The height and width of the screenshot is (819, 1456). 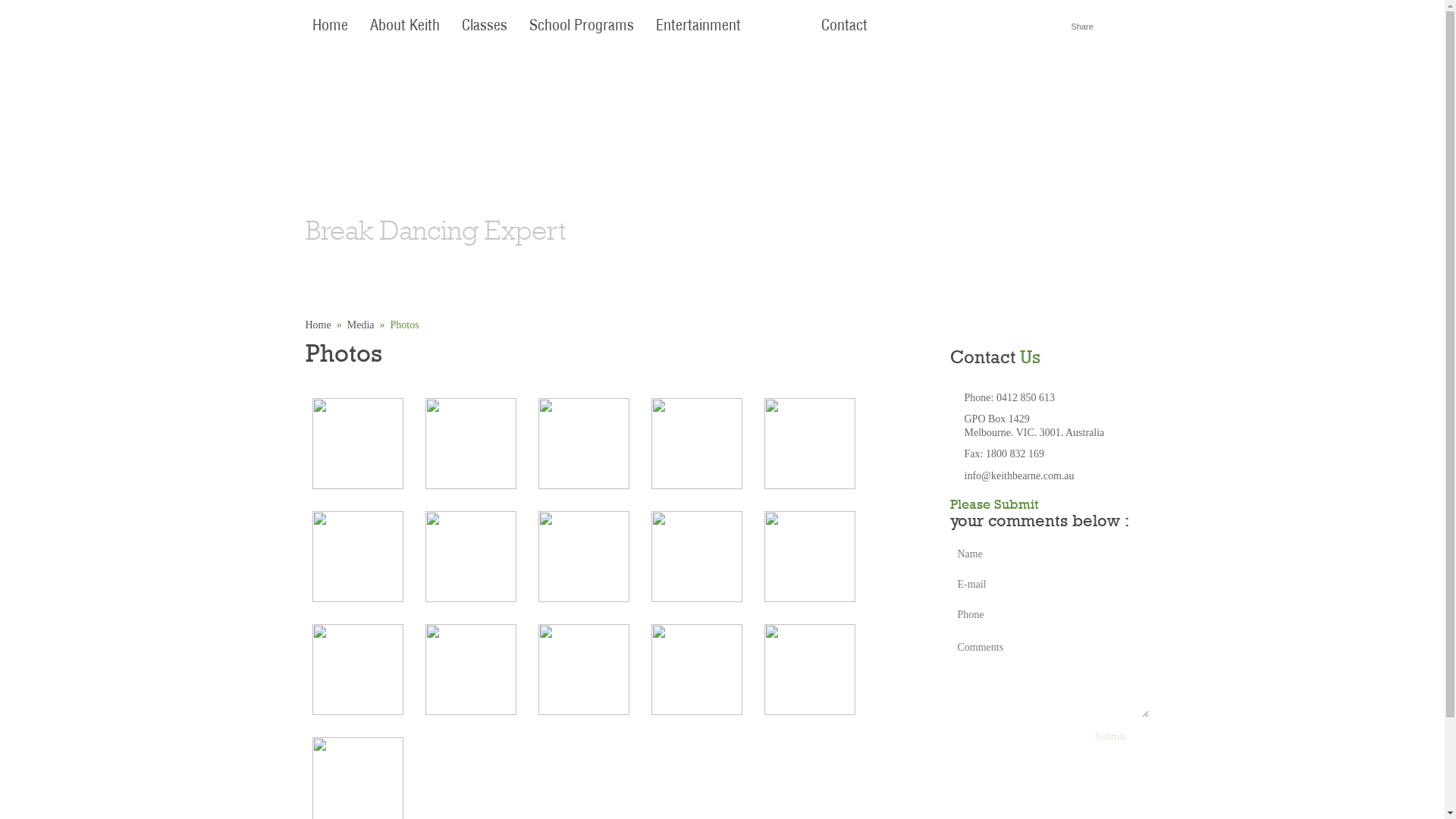 I want to click on 'Media', so click(x=359, y=324).